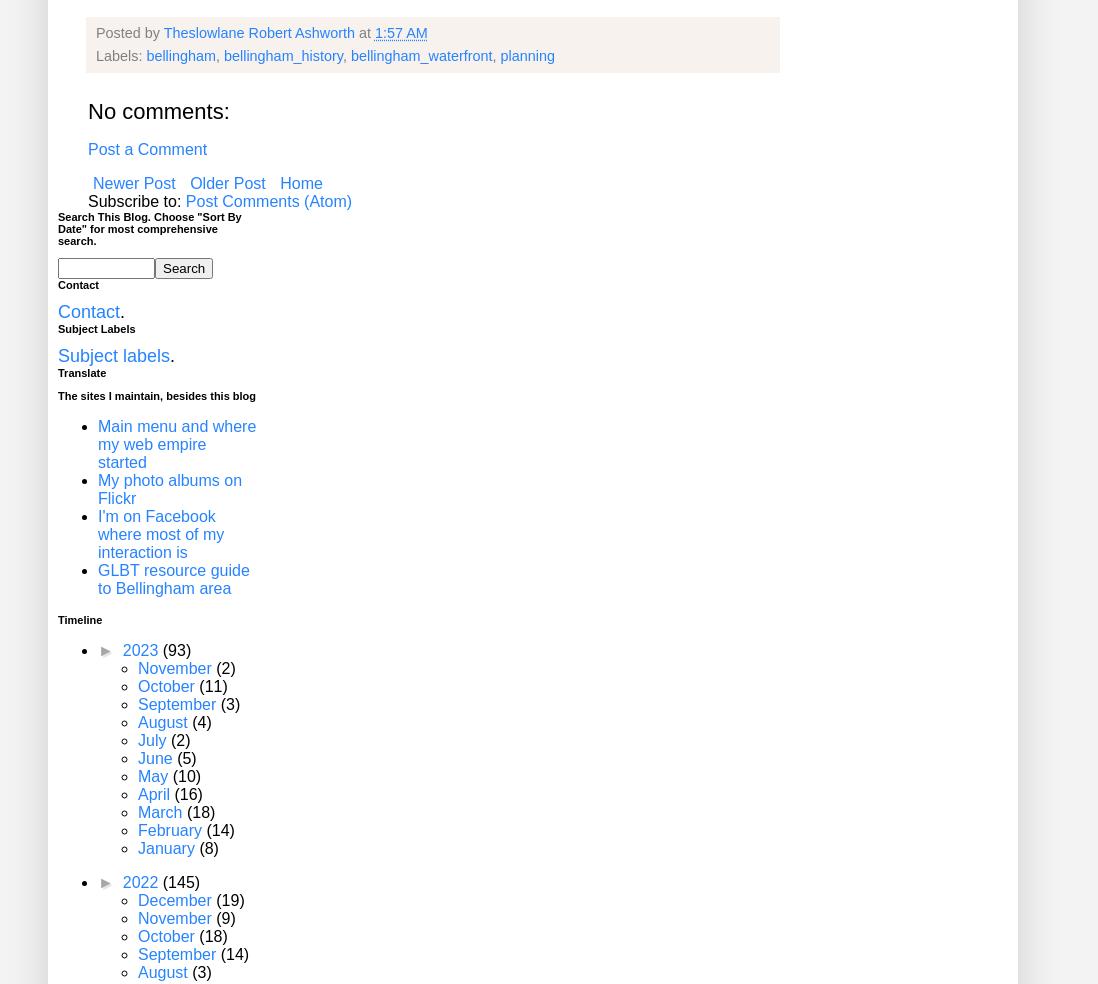 The image size is (1098, 984). I want to click on 'Older Post', so click(226, 183).